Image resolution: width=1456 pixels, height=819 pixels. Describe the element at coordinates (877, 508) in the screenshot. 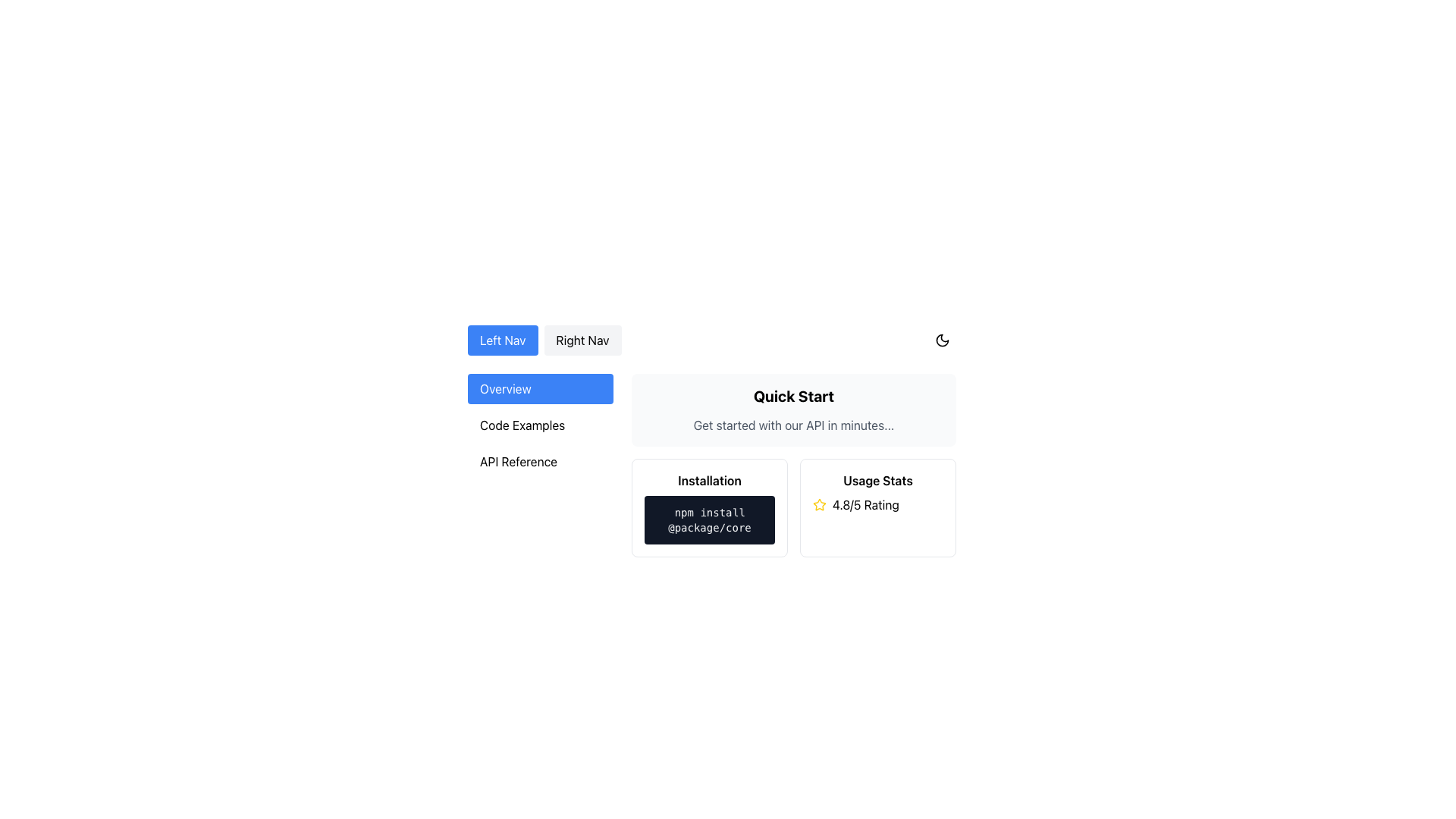

I see `the Informational card located in the 'Quick Start' section, which provides user satisfaction statistics and is positioned to the right of the 'Installation' box` at that location.